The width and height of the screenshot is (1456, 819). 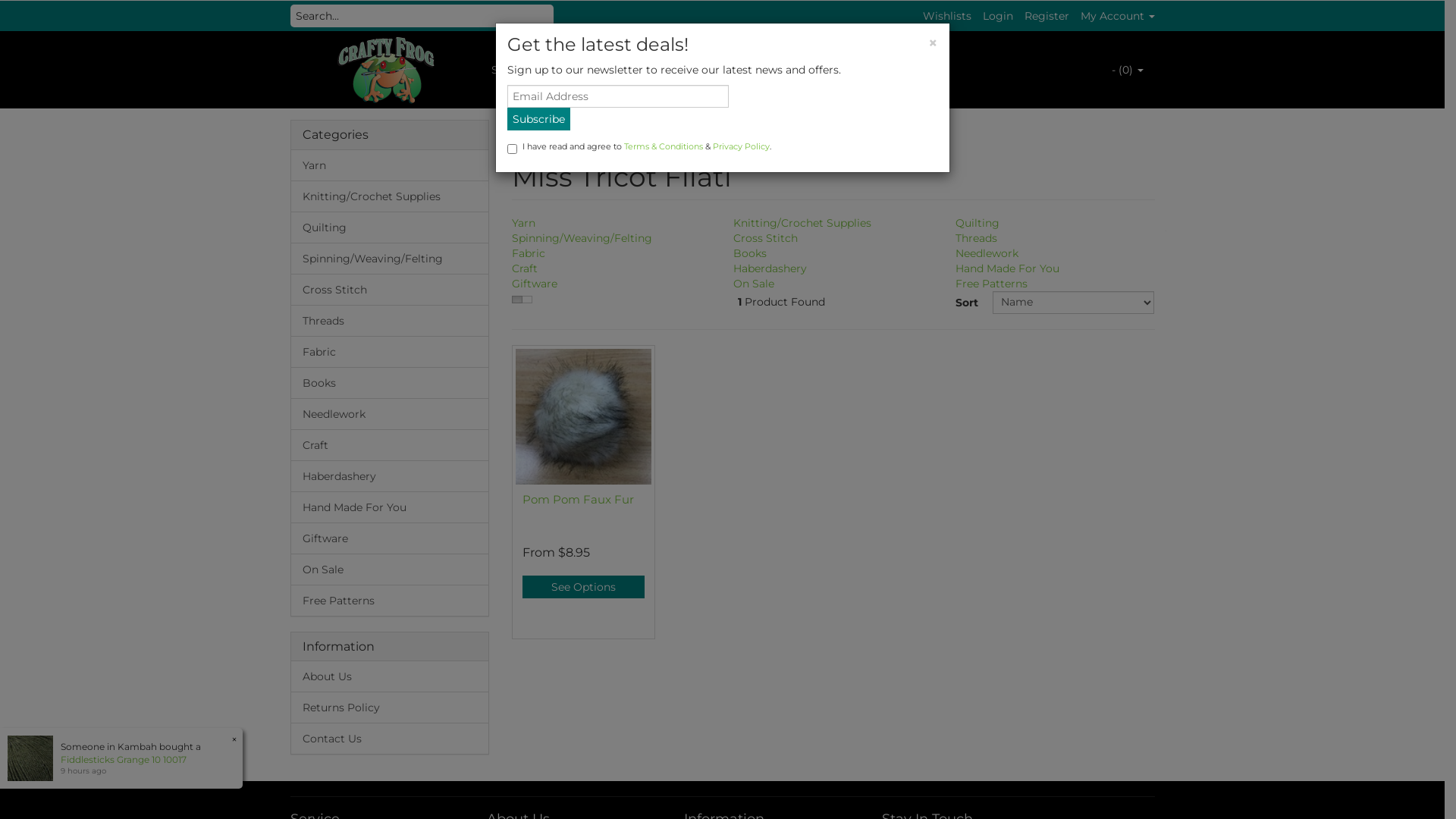 What do you see at coordinates (390, 165) in the screenshot?
I see `'Yarn'` at bounding box center [390, 165].